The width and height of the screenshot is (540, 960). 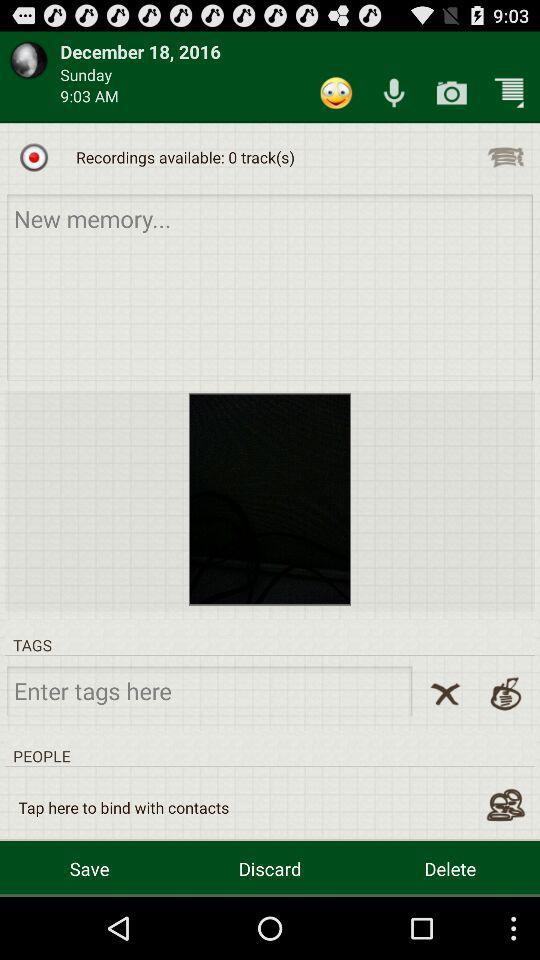 What do you see at coordinates (123, 808) in the screenshot?
I see `the text above the the save button at the left bottom of the page` at bounding box center [123, 808].